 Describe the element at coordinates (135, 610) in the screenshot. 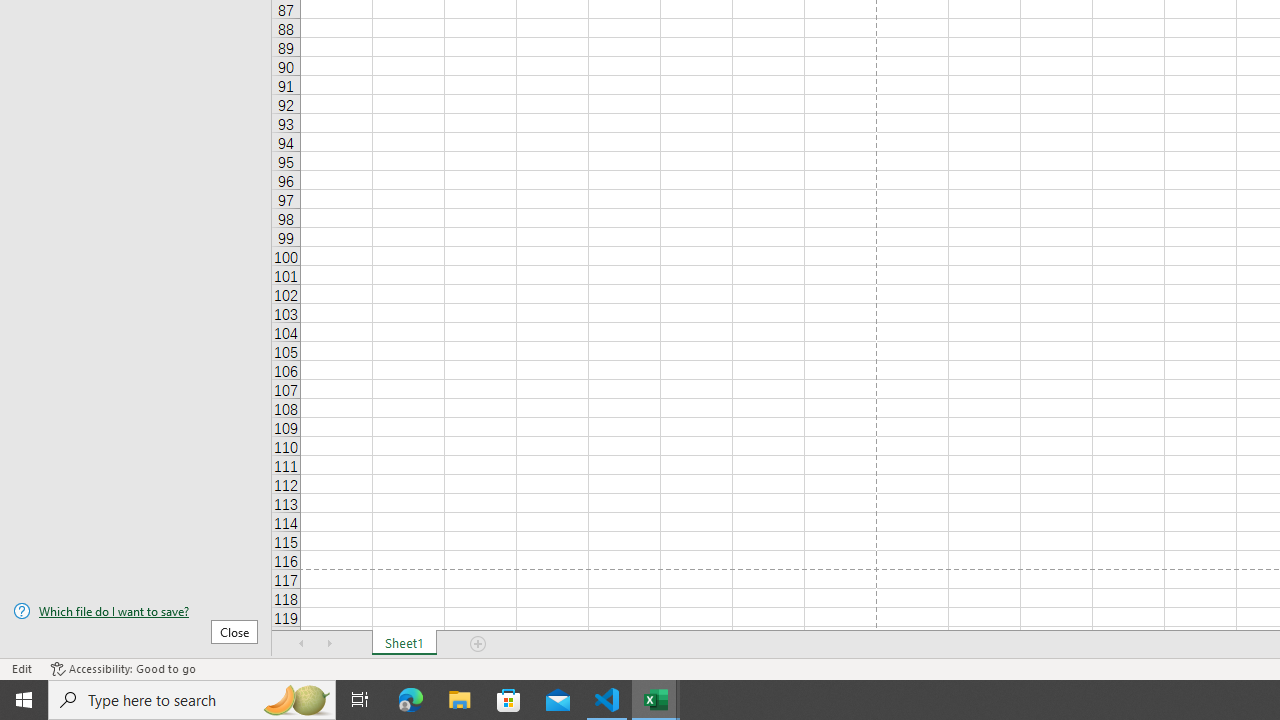

I see `'Which file do I want to save?'` at that location.